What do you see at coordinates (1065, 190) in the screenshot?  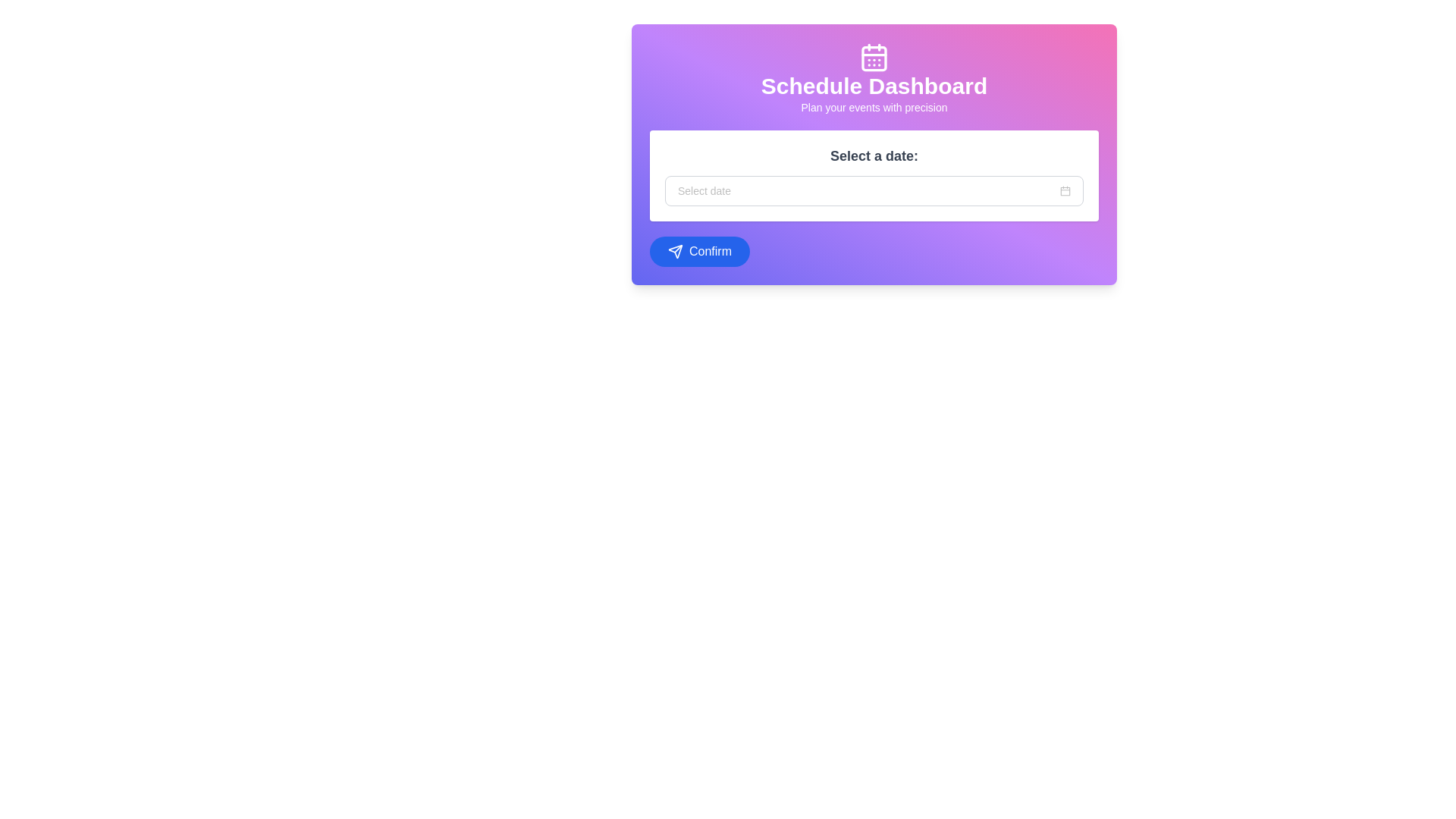 I see `the calendar icon located at the far right end of the 'Select a date' input field` at bounding box center [1065, 190].